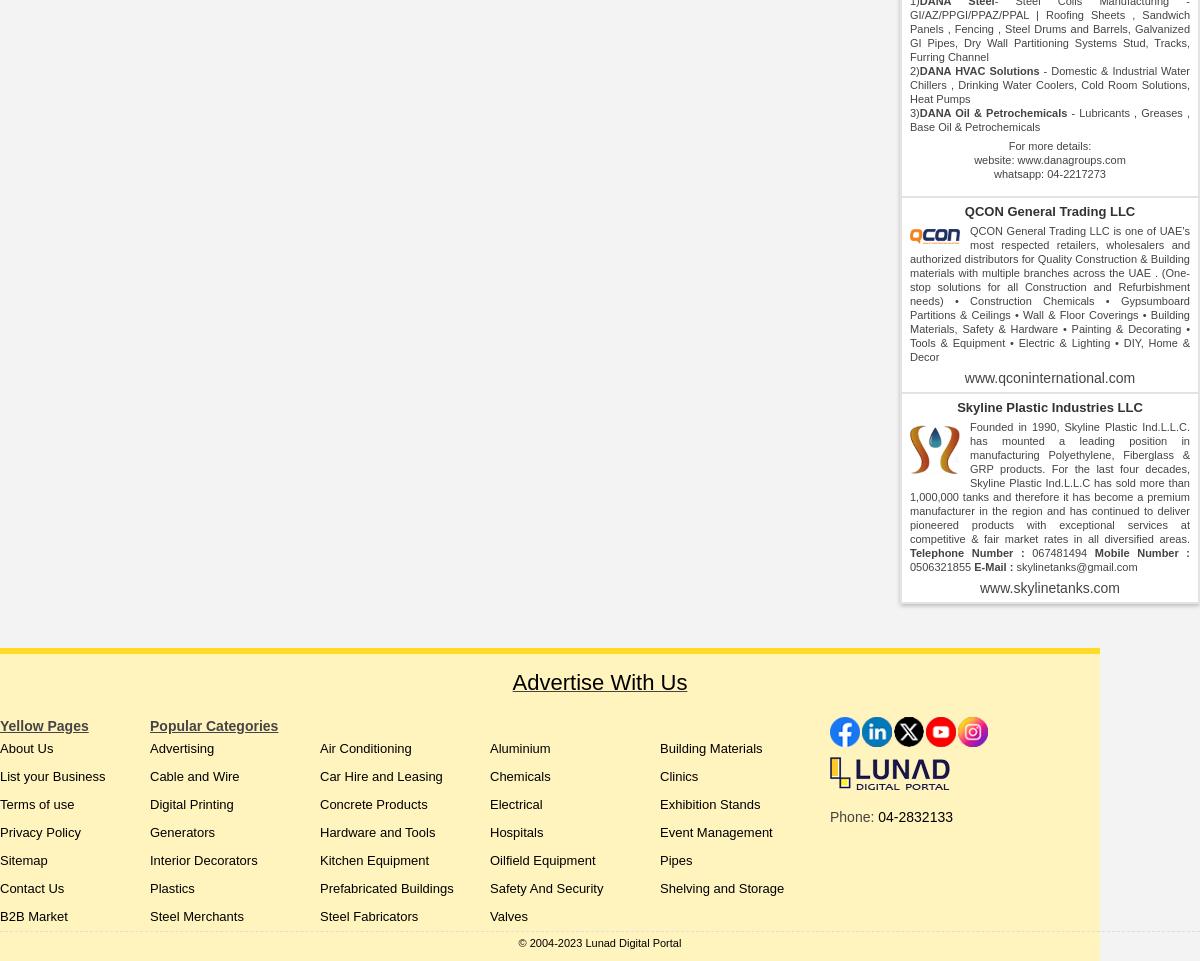  Describe the element at coordinates (33, 916) in the screenshot. I see `'B2B Market'` at that location.